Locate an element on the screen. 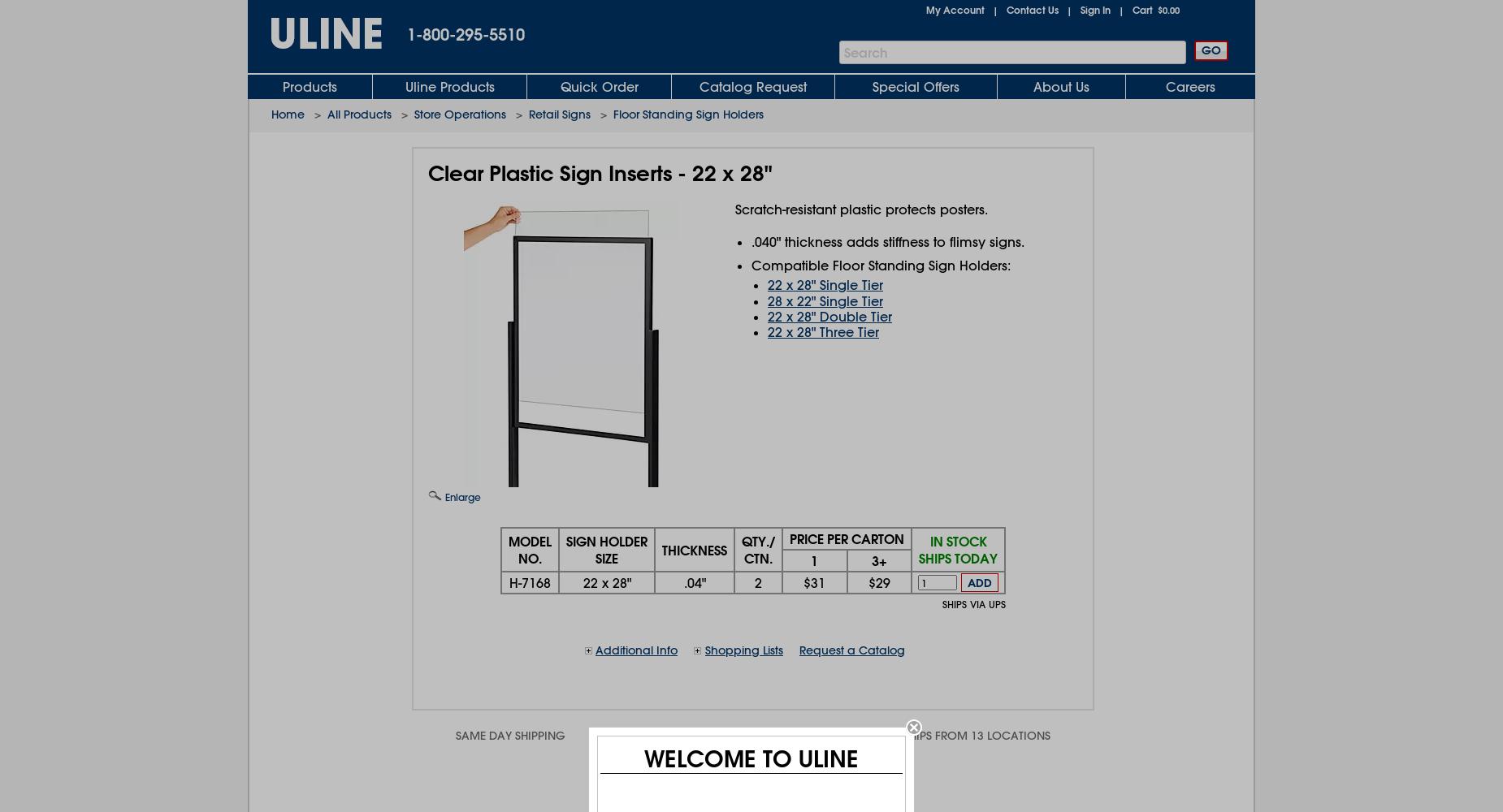 The width and height of the screenshot is (1503, 812). 'SHIPS VIA UPS' is located at coordinates (972, 603).